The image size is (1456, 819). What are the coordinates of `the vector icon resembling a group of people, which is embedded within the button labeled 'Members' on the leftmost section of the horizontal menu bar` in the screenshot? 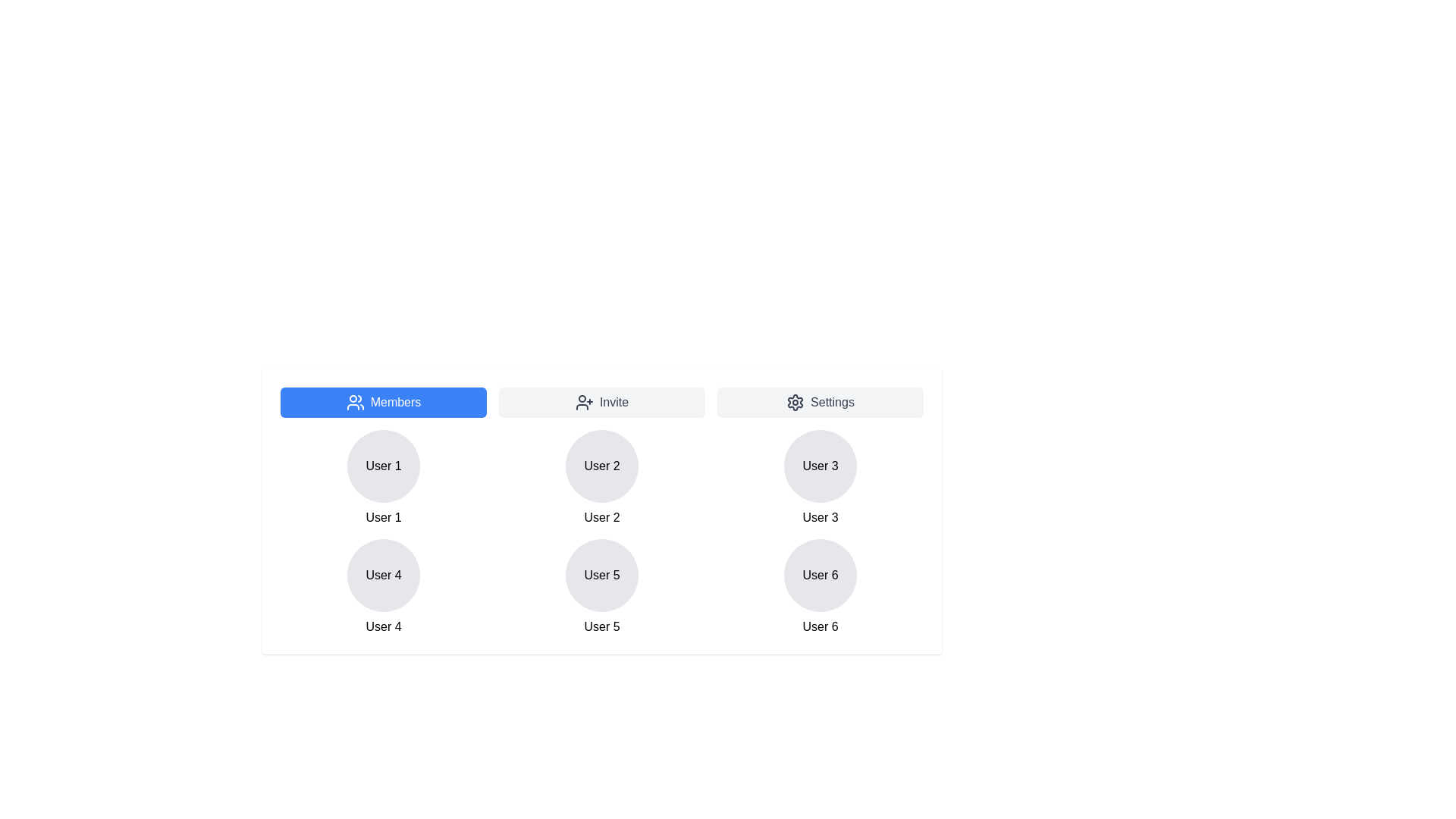 It's located at (354, 402).